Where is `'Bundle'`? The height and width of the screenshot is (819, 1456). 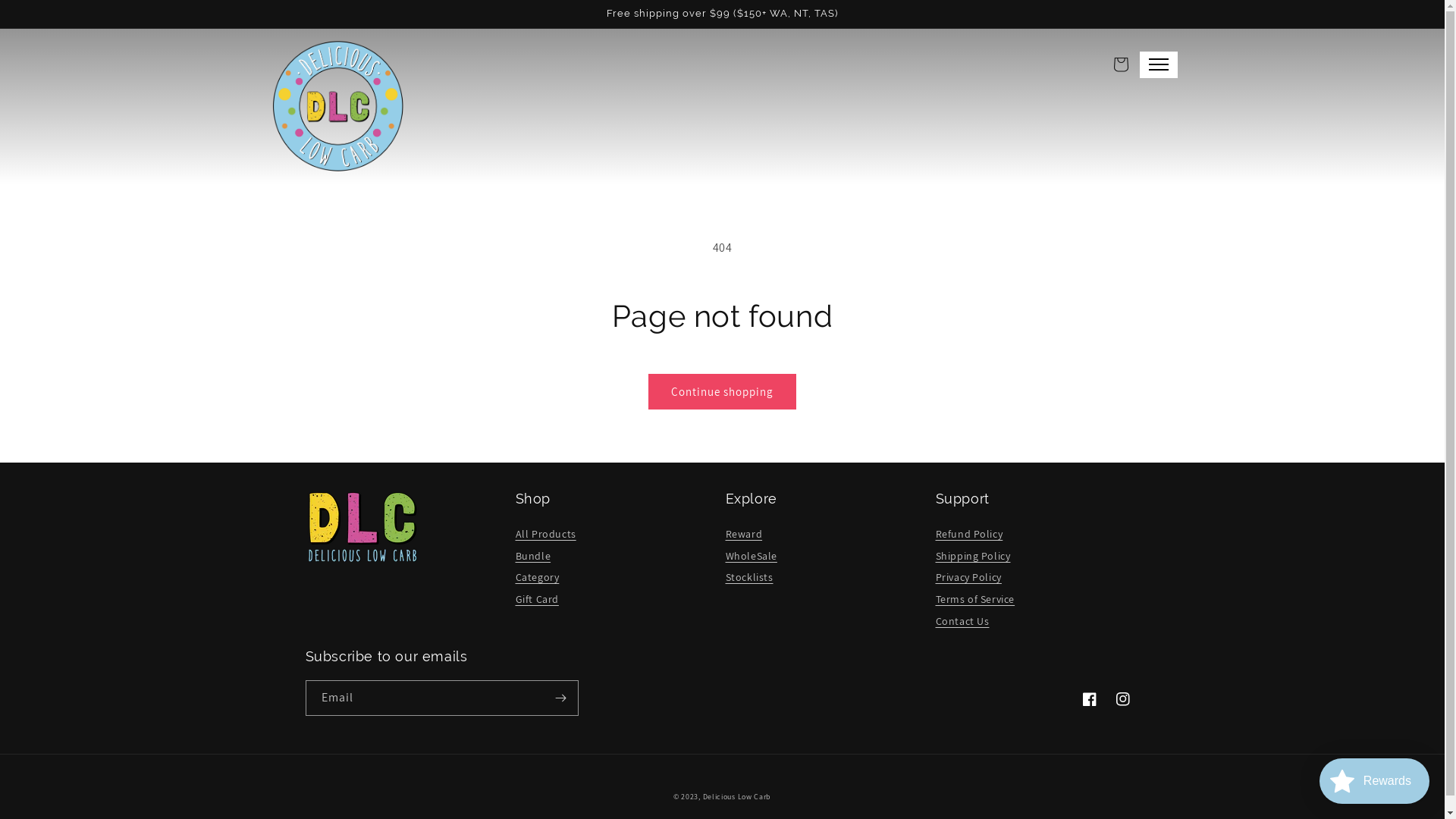 'Bundle' is located at coordinates (533, 556).